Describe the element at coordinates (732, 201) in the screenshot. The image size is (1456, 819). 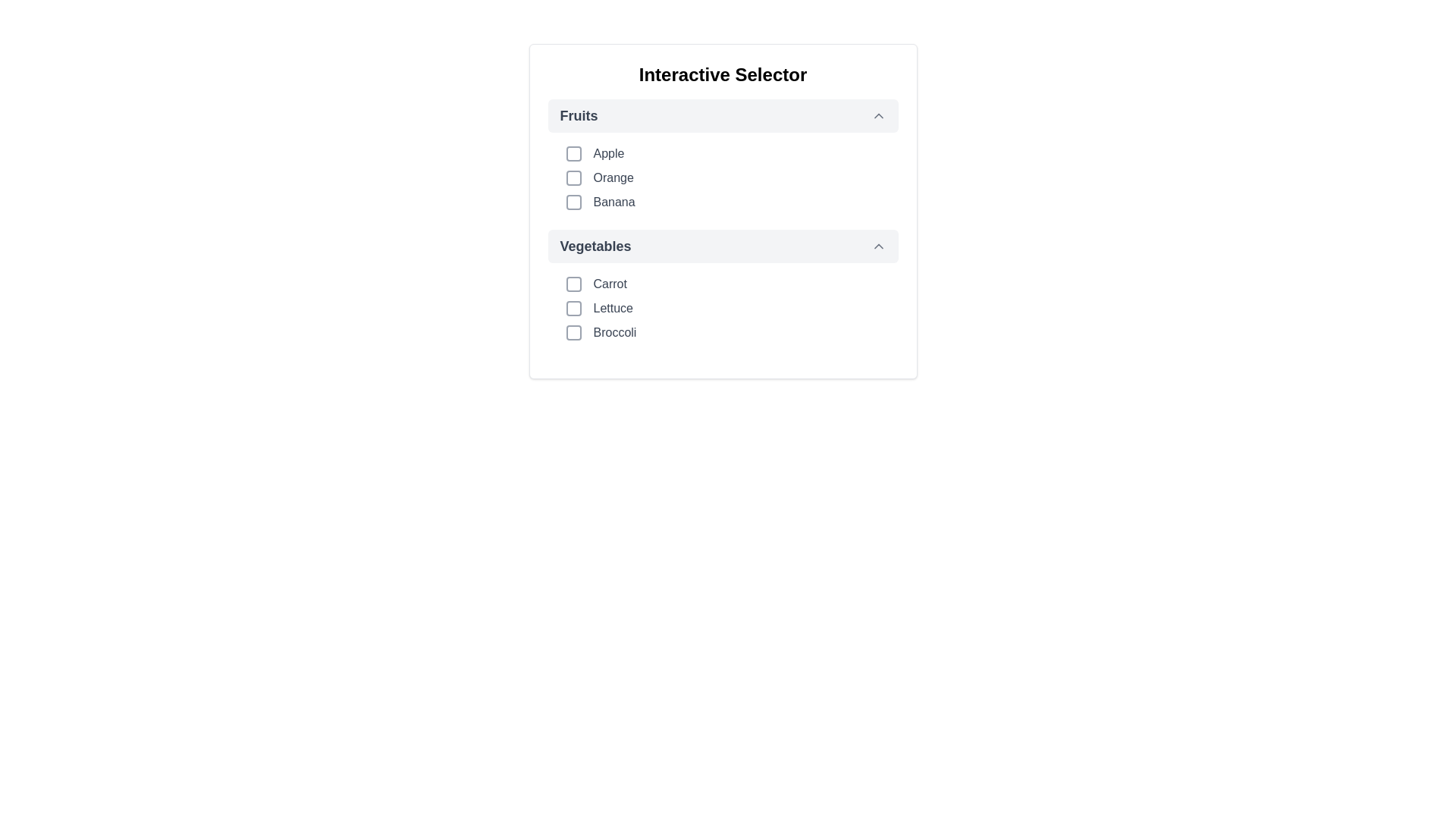
I see `the checkbox for 'Banana'` at that location.